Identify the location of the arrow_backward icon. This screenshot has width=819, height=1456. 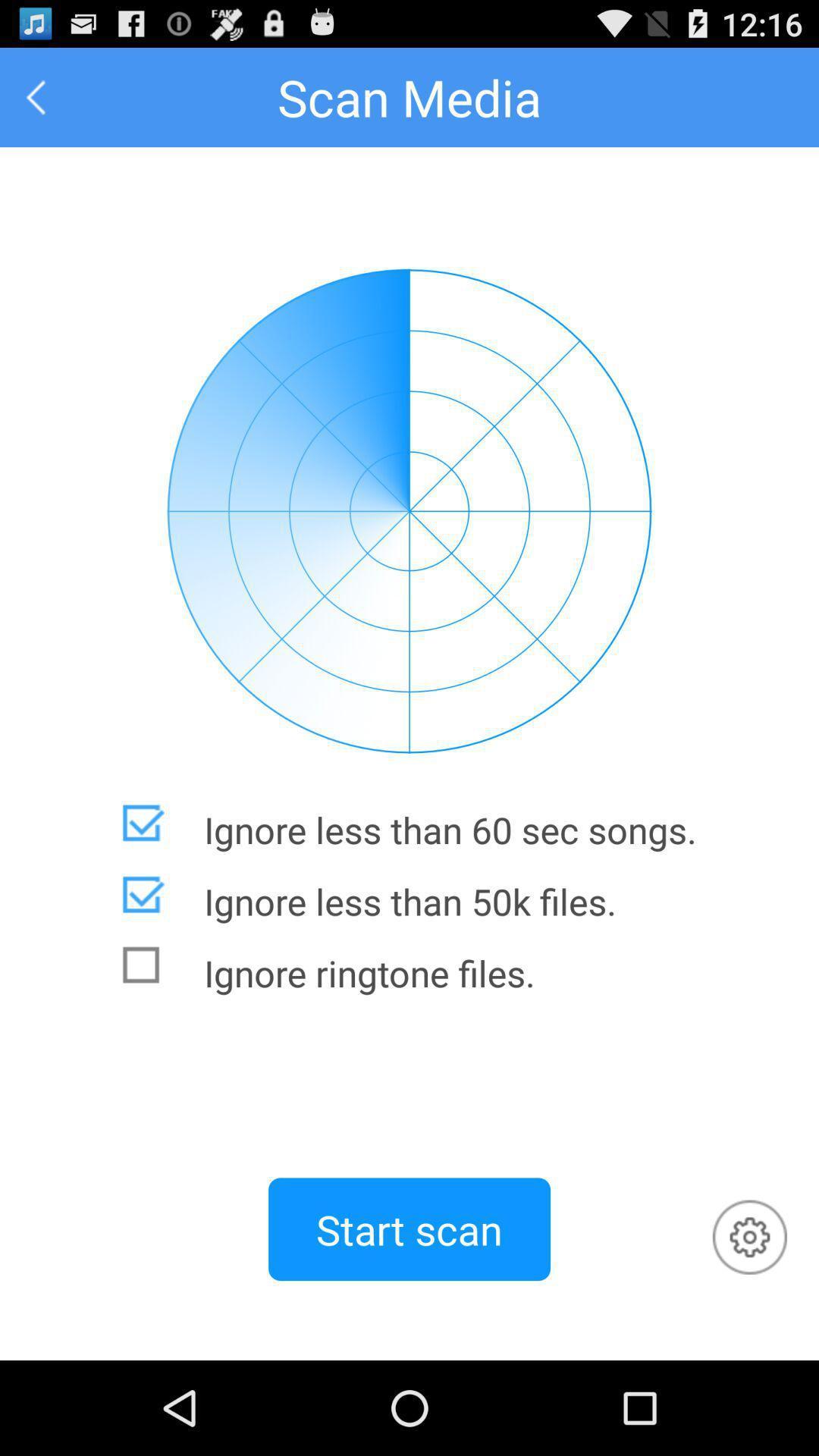
(35, 103).